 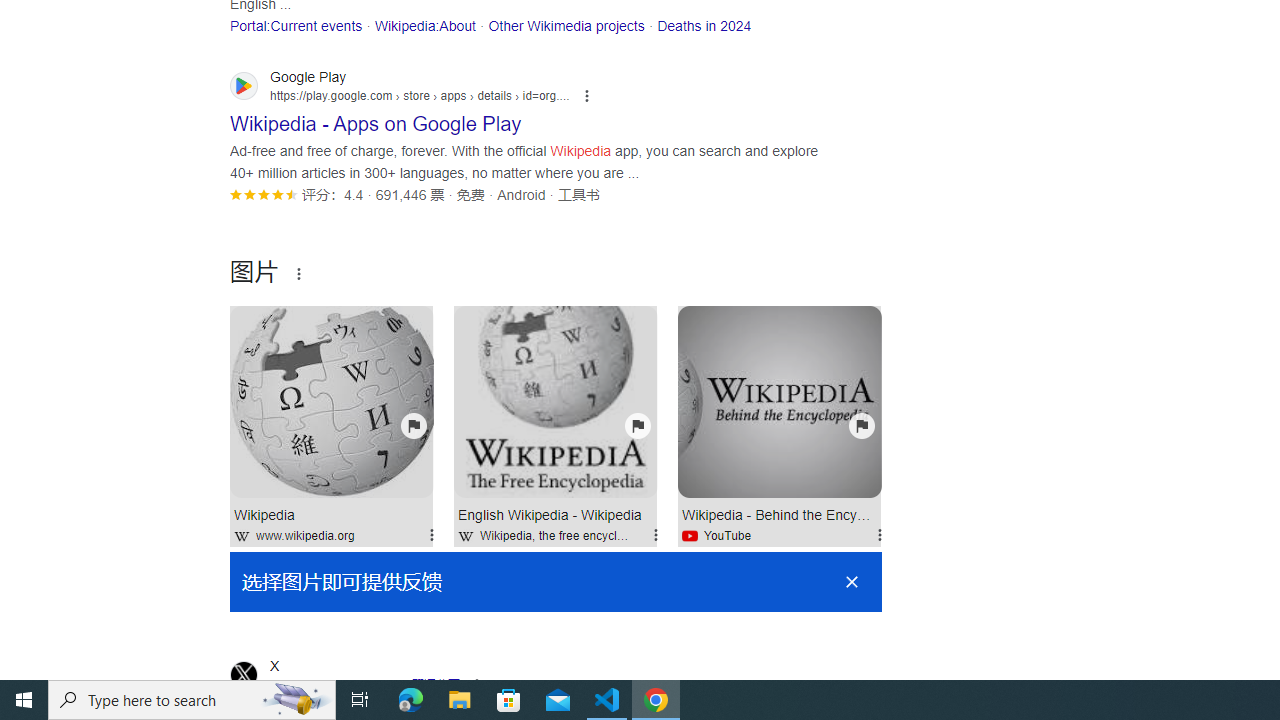 What do you see at coordinates (565, 25) in the screenshot?
I see `'Other Wikimedia projects'` at bounding box center [565, 25].